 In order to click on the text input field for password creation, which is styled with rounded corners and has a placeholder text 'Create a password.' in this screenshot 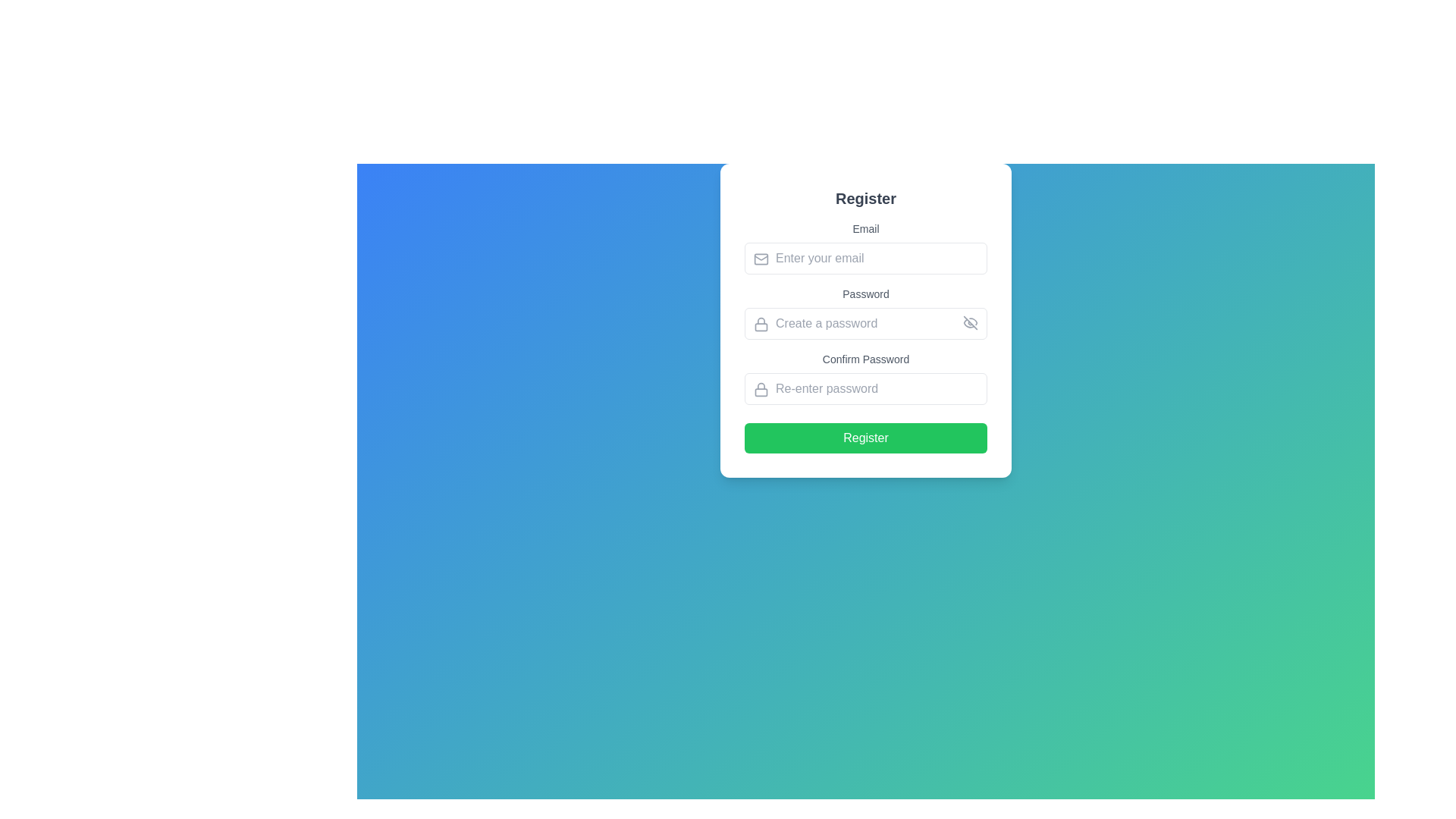, I will do `click(866, 323)`.